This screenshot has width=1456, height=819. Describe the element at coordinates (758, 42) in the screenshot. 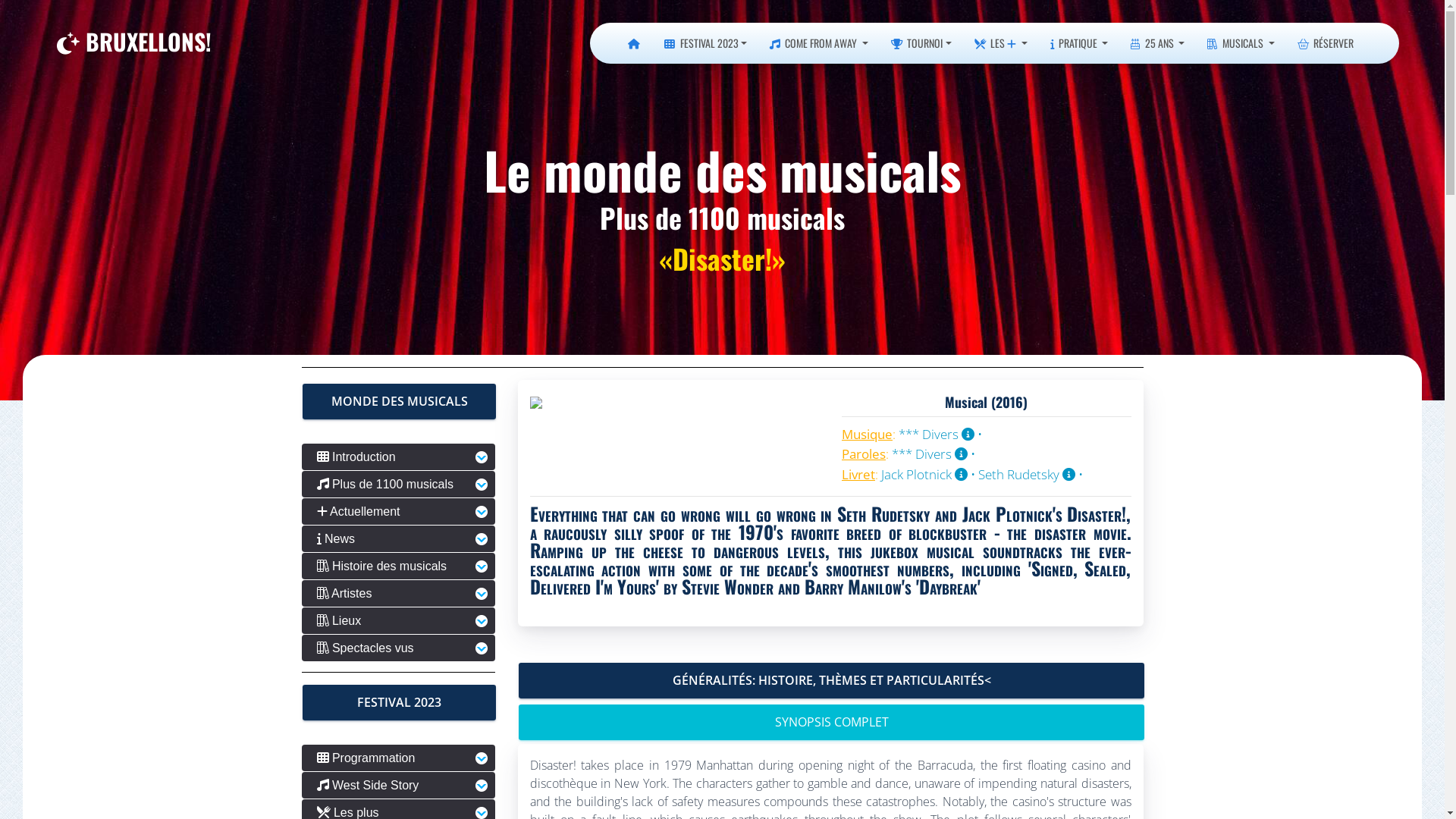

I see `'COME FROM AWAY'` at that location.